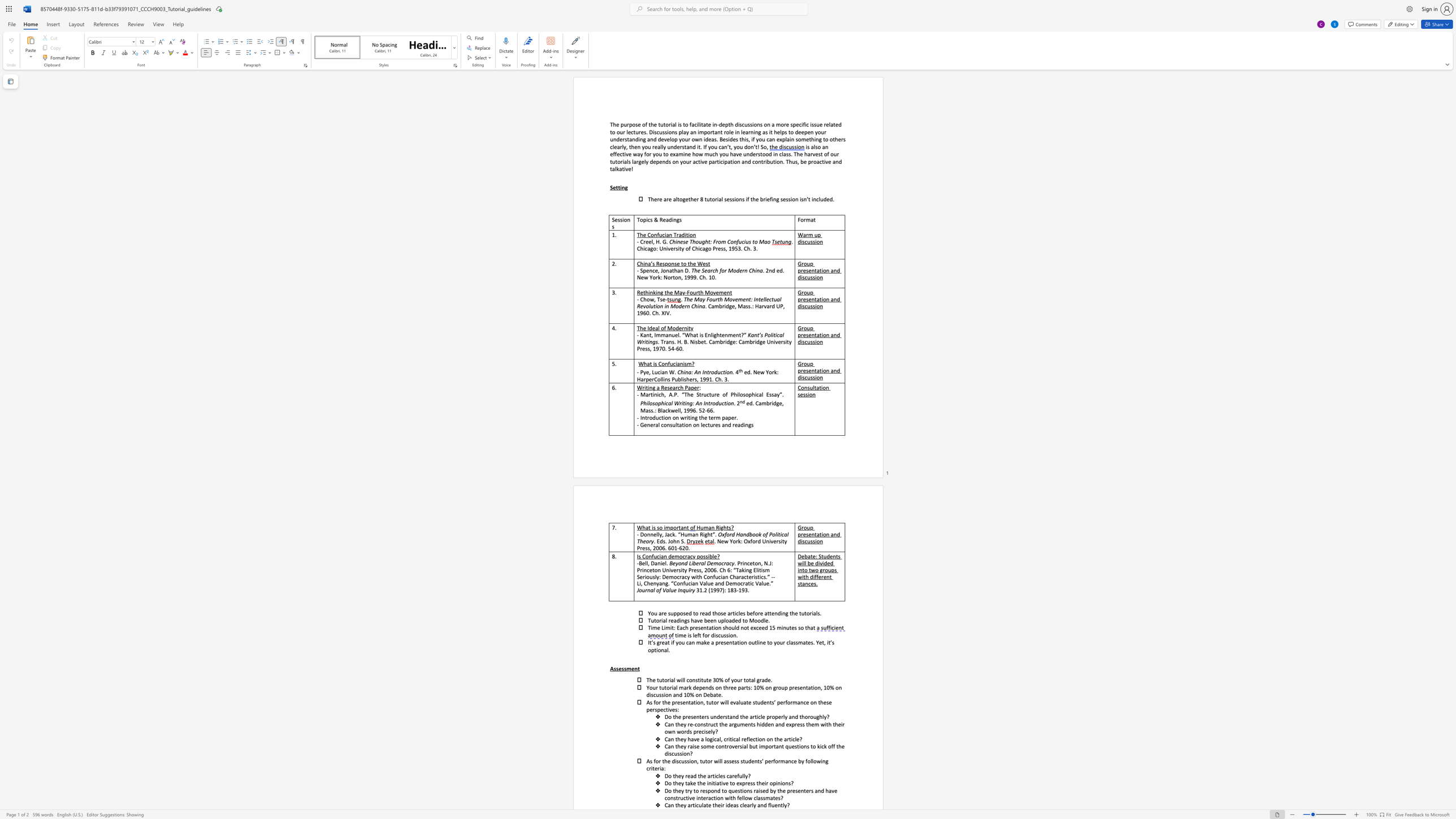  What do you see at coordinates (759, 739) in the screenshot?
I see `the subset text "on on" within the text "Can they have a logical, critical reflection on the article?"` at bounding box center [759, 739].